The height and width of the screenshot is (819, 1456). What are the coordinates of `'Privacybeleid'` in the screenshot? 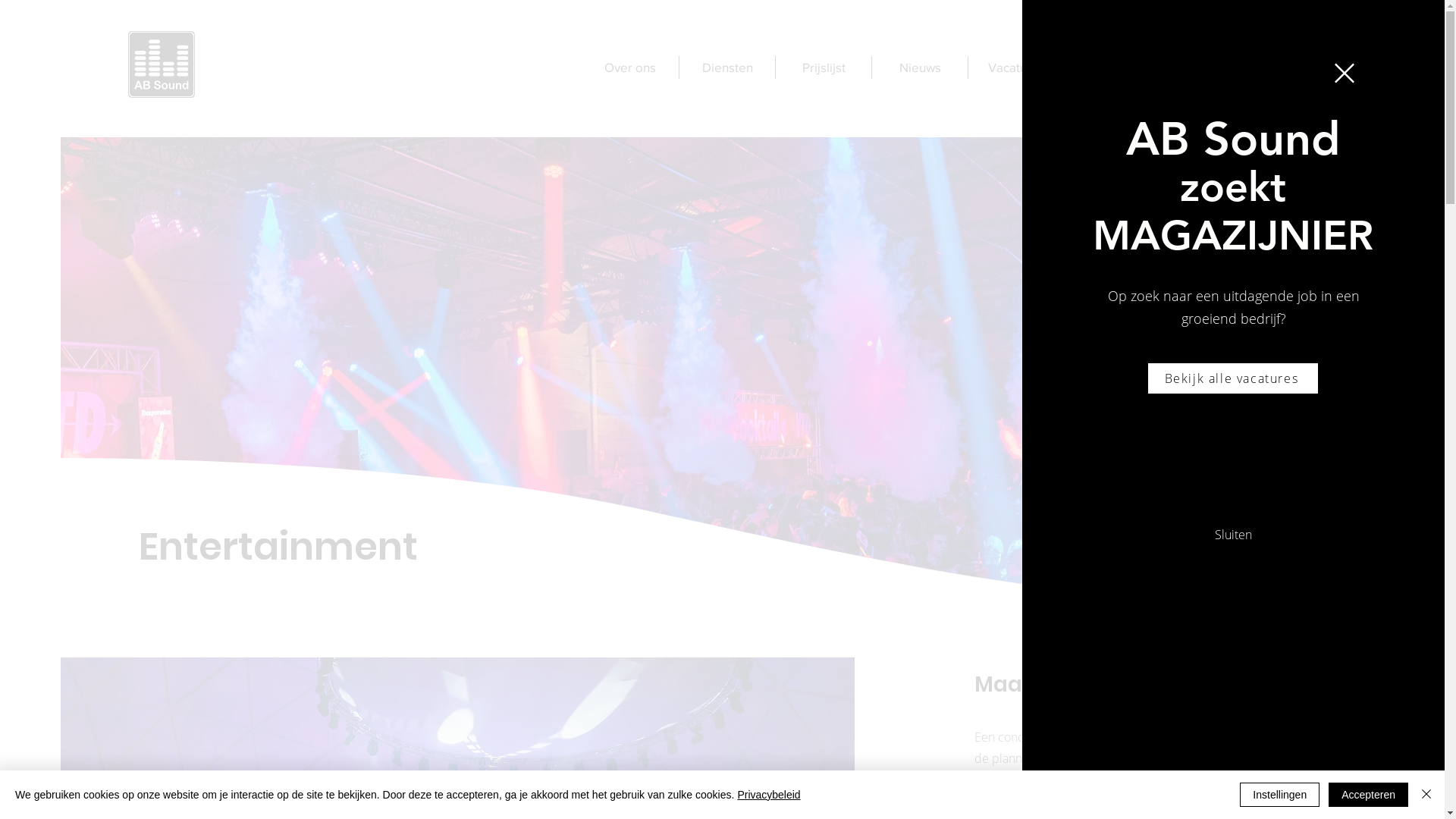 It's located at (768, 794).